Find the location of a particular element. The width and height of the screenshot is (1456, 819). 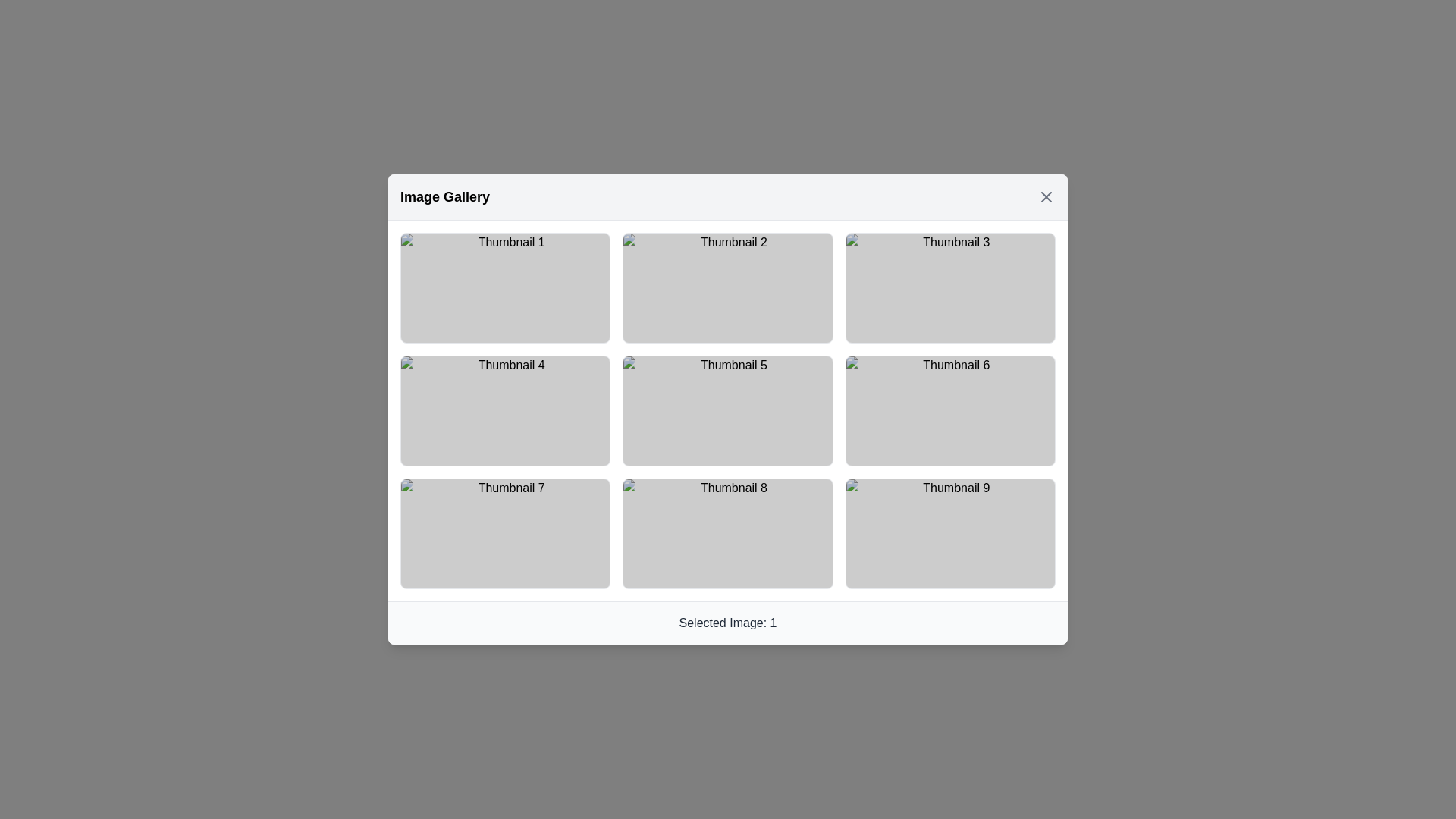

the text label displaying 'Selected Image: 1' located at the bottom center of the modal window is located at coordinates (728, 623).